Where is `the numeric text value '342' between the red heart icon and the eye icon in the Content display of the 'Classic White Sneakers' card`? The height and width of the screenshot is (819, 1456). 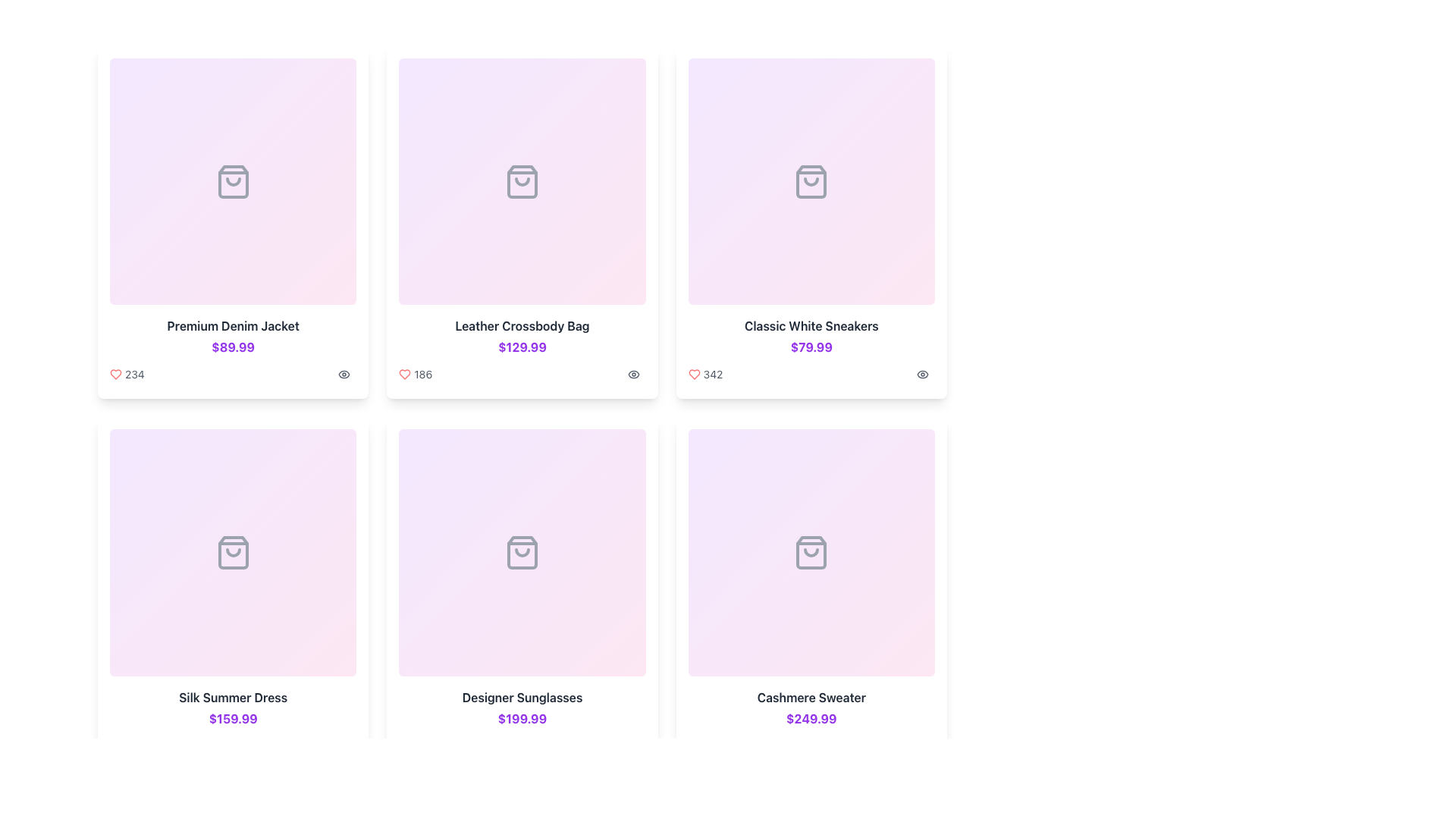 the numeric text value '342' between the red heart icon and the eye icon in the Content display of the 'Classic White Sneakers' card is located at coordinates (811, 375).